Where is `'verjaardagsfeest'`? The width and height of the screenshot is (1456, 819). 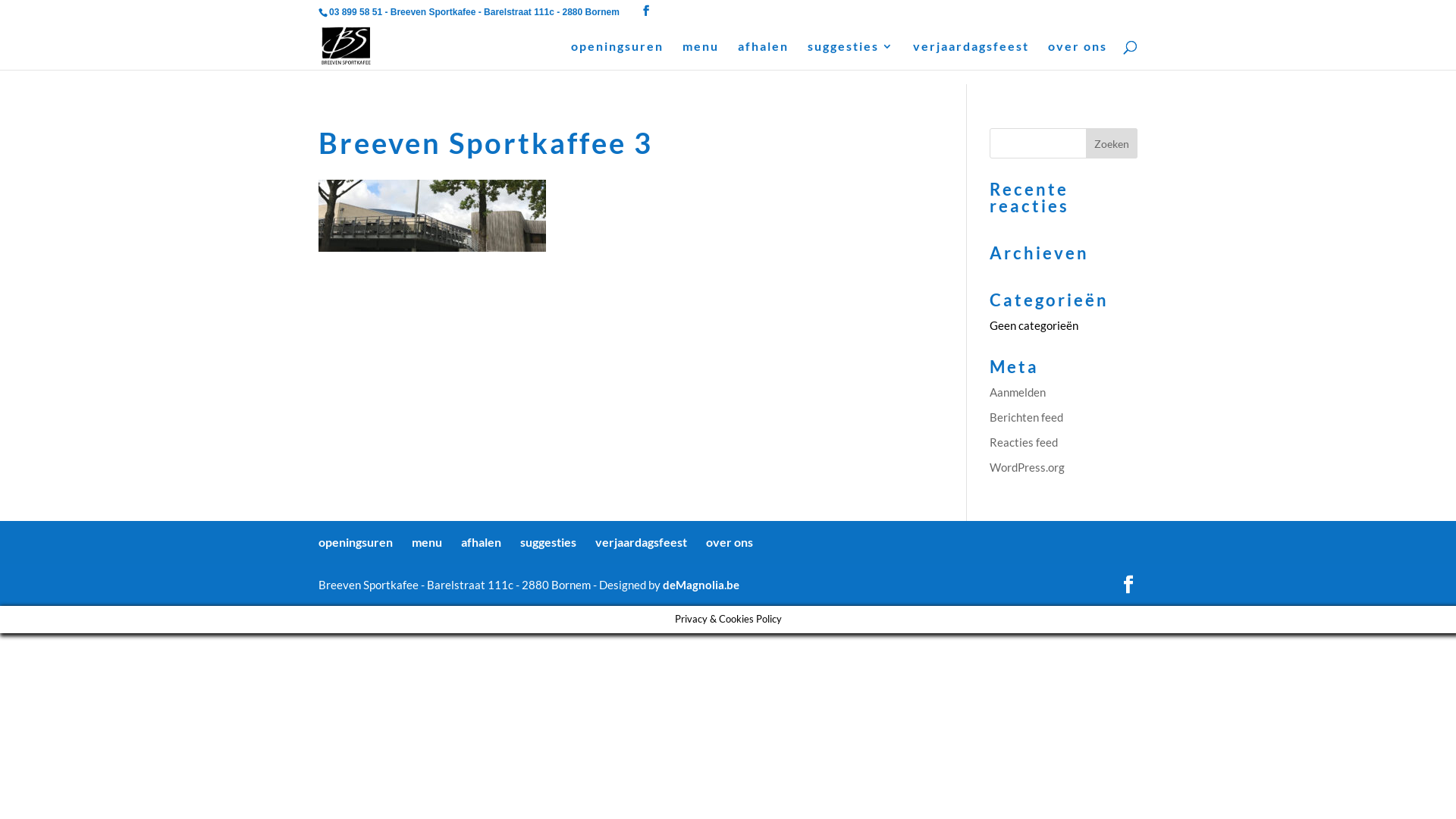
'verjaardagsfeest' is located at coordinates (641, 541).